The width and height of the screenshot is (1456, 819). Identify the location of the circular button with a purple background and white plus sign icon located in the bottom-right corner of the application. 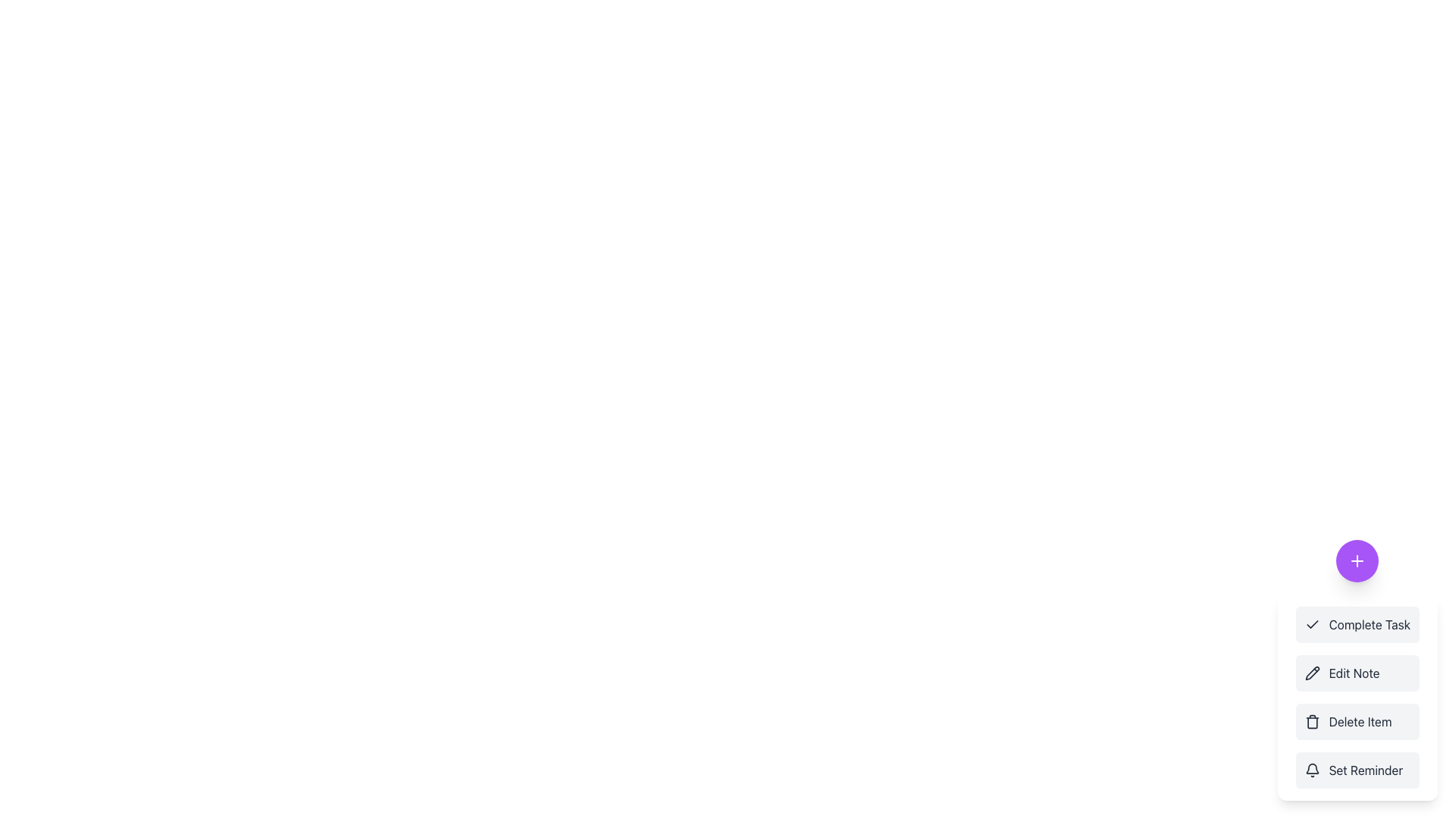
(1357, 561).